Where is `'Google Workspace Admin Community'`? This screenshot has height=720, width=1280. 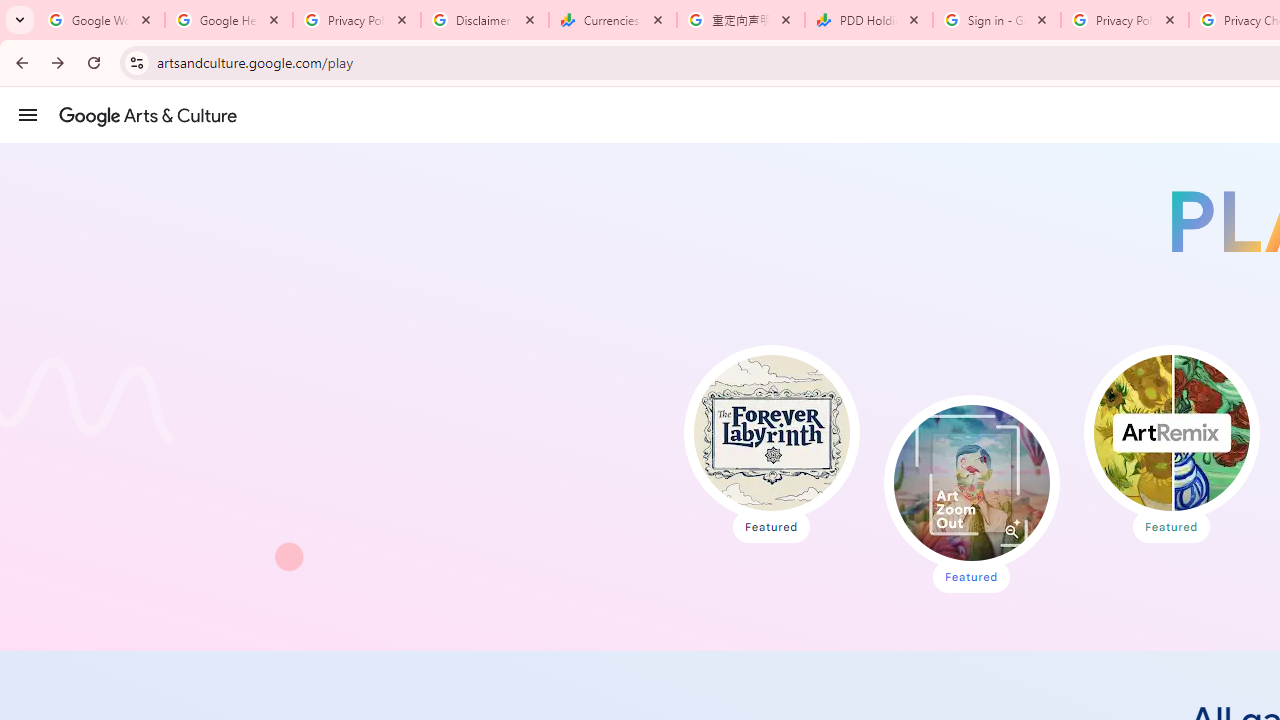 'Google Workspace Admin Community' is located at coordinates (100, 20).